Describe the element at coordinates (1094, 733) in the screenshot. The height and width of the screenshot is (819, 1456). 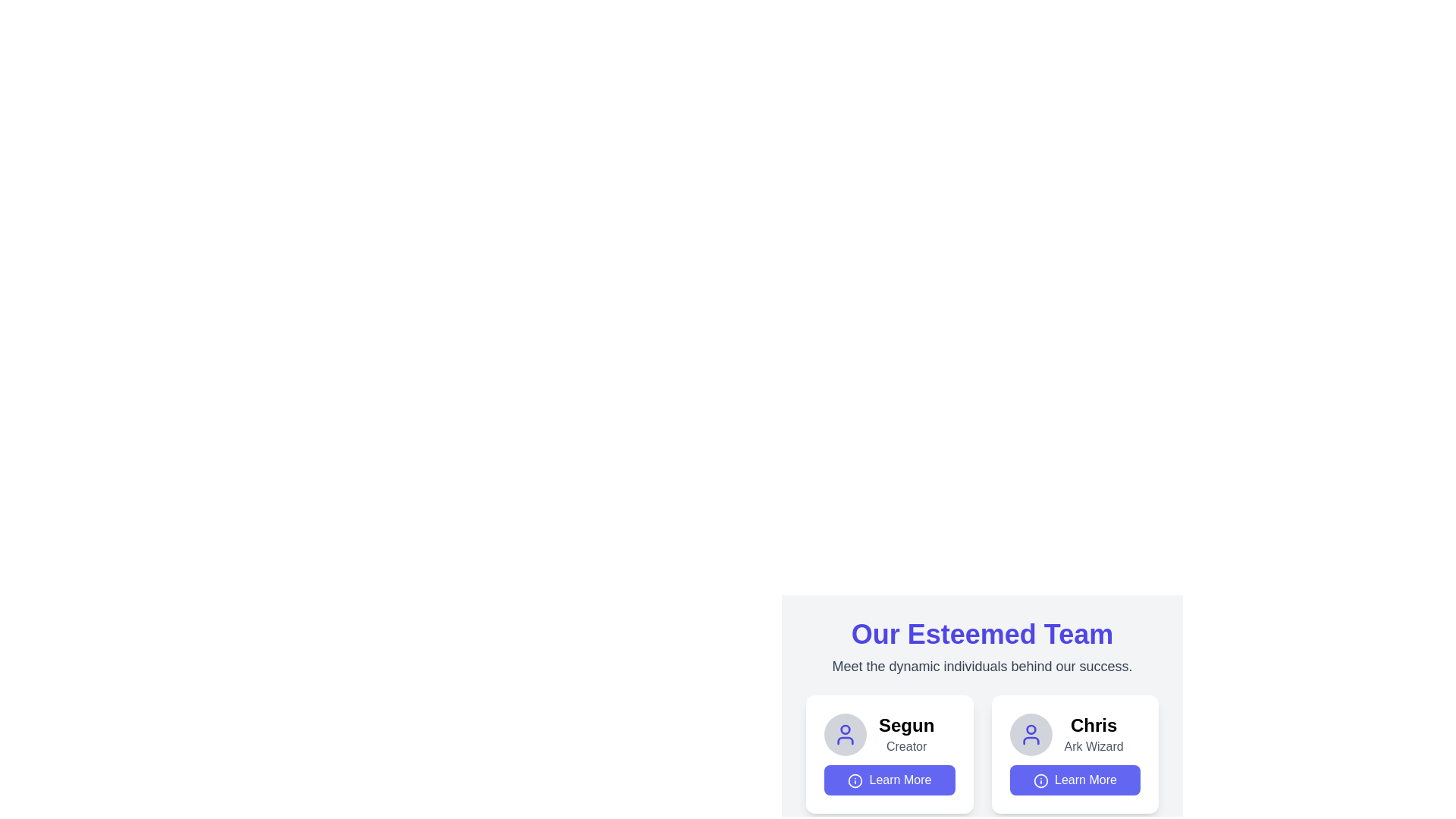
I see `textual content displaying the name and title of the second team member, positioned to the right of the avatar icon` at that location.